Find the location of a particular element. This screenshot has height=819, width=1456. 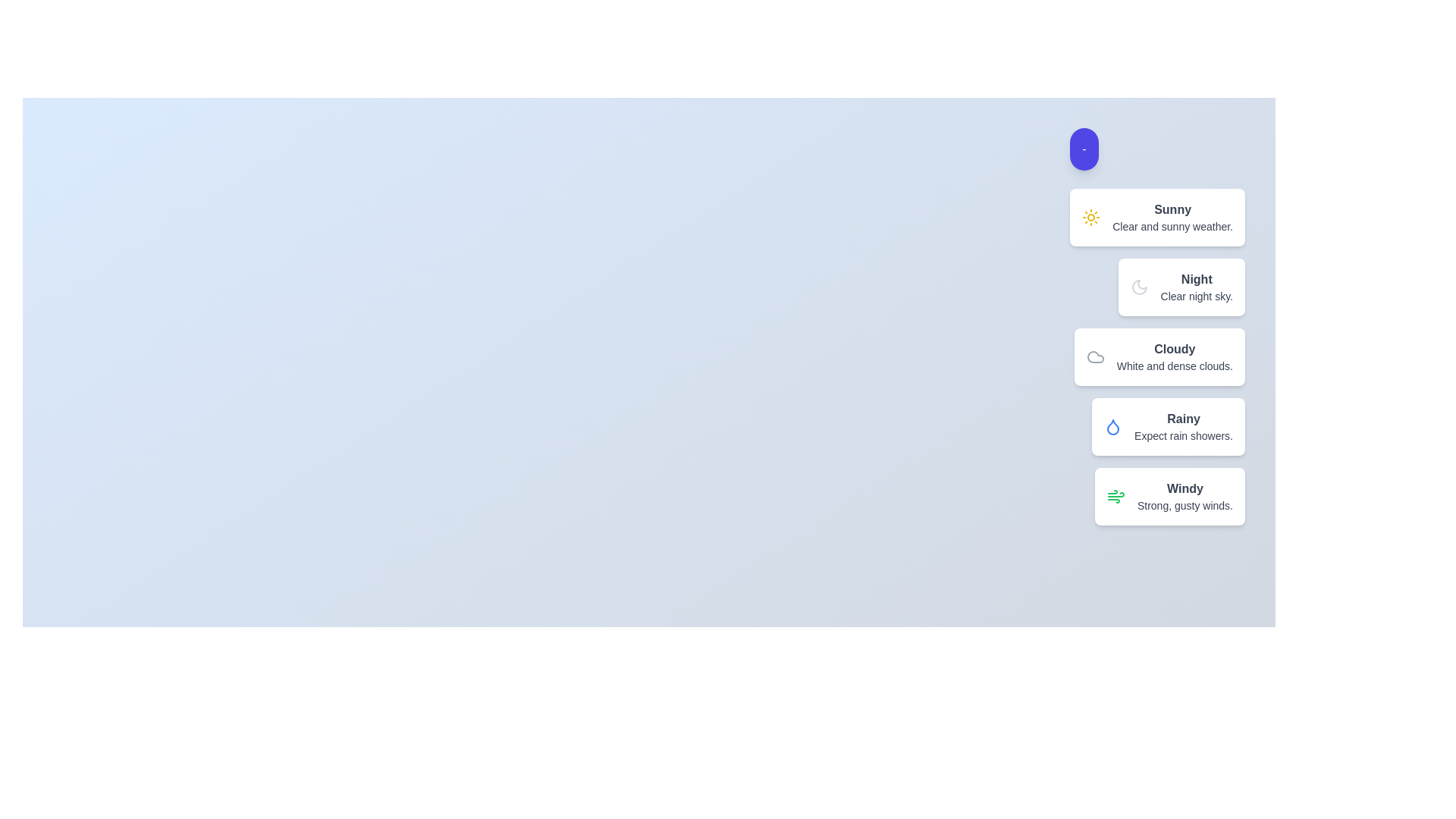

the description of the weather condition labeled Rainy is located at coordinates (1182, 419).